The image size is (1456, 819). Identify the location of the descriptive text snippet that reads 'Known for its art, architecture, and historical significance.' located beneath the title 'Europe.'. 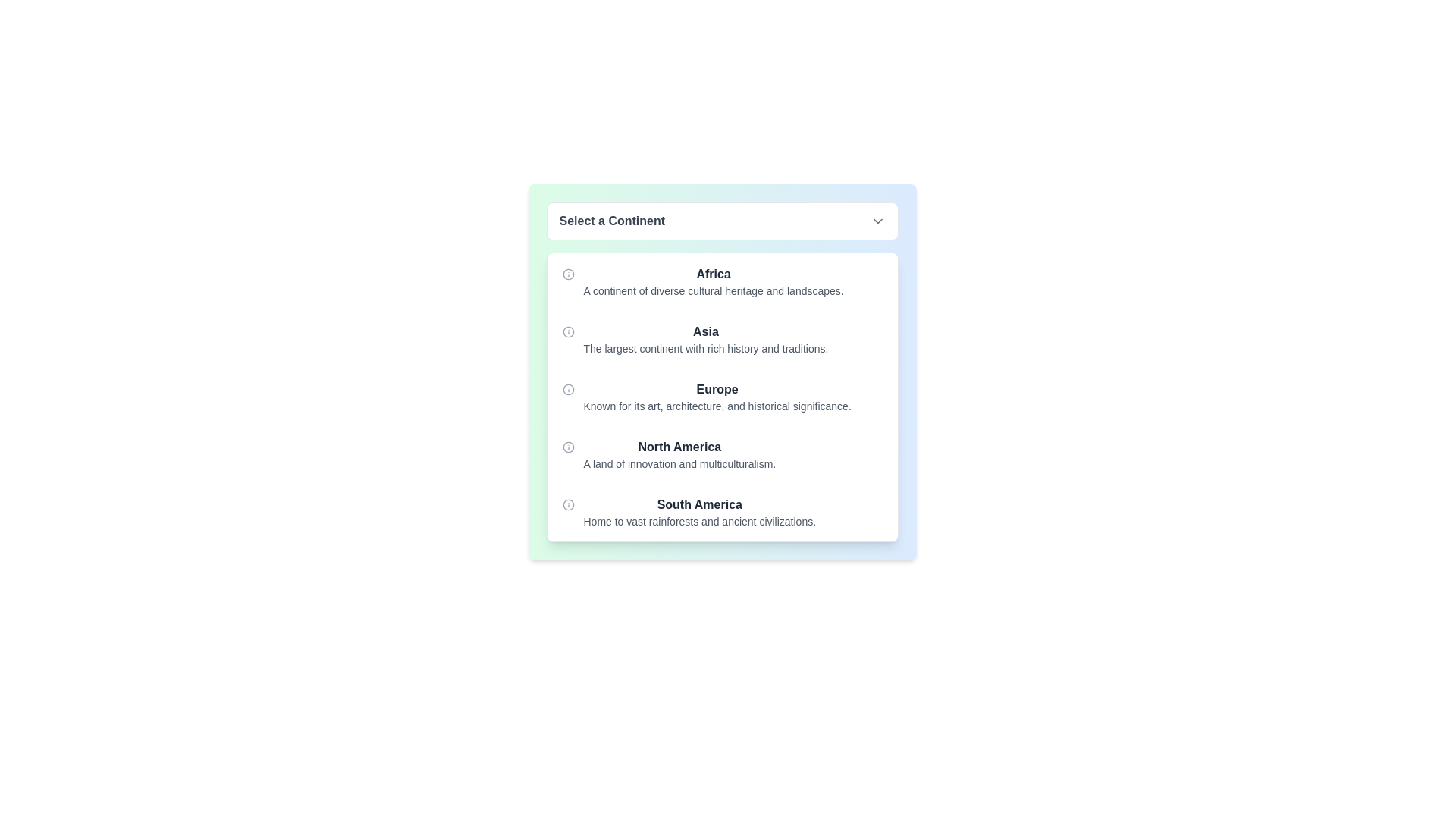
(717, 406).